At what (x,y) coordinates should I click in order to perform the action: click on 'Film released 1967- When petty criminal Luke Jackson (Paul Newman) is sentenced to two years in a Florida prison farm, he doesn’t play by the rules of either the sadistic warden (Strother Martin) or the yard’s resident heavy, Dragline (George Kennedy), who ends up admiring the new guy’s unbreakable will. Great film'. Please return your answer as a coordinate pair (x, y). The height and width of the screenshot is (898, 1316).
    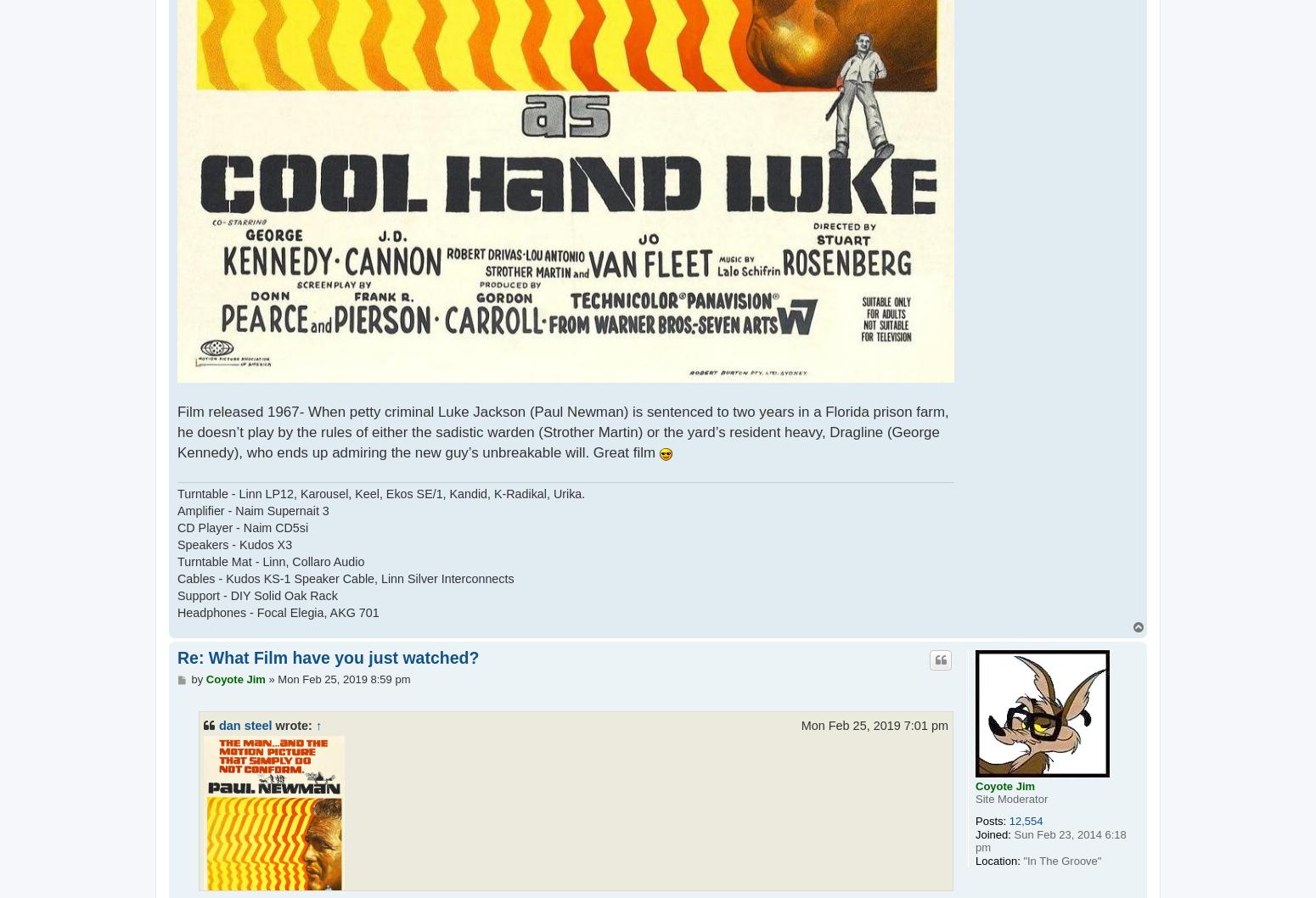
    Looking at the image, I should click on (561, 431).